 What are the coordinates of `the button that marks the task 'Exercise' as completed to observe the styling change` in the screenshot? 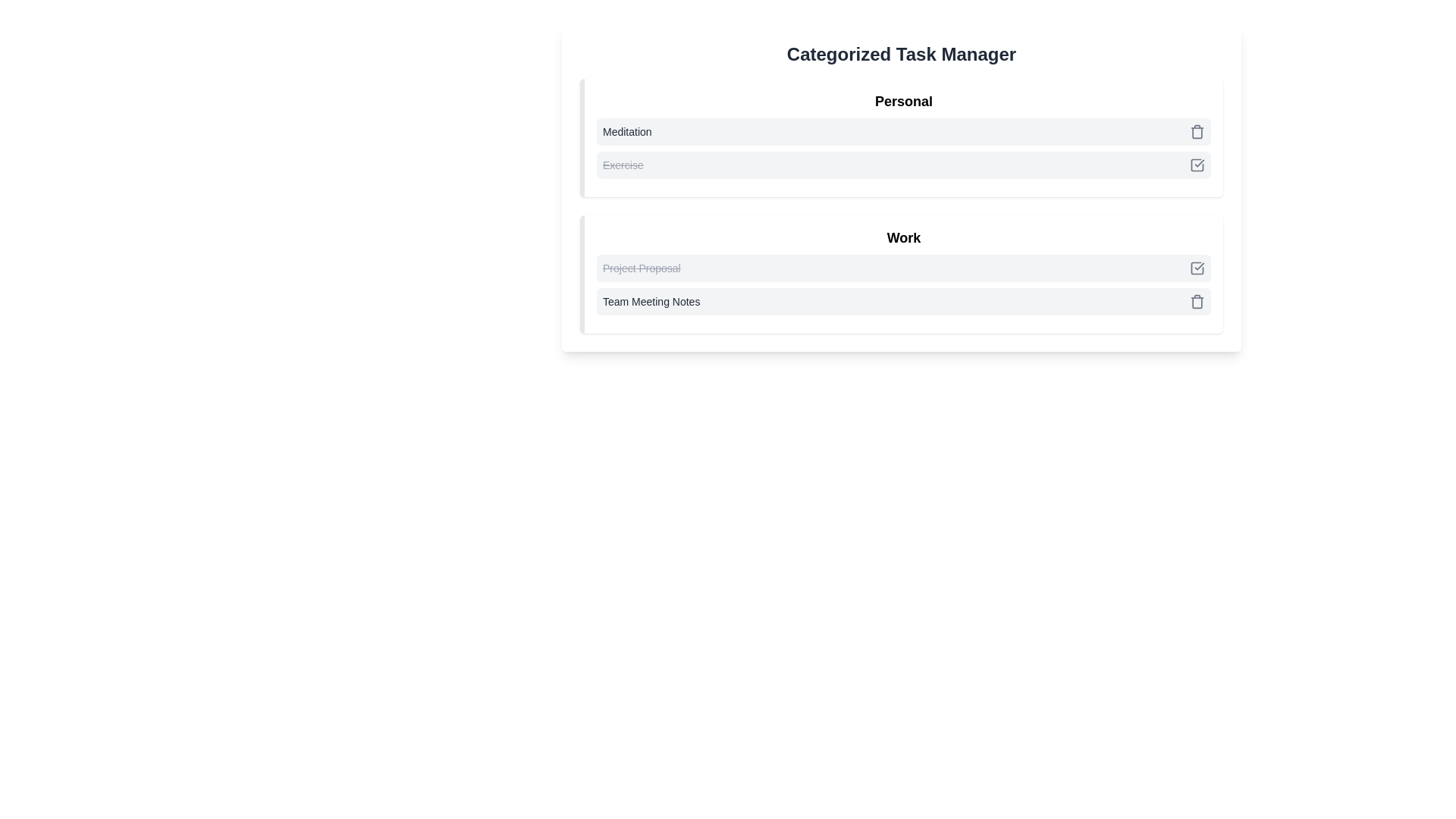 It's located at (1197, 165).